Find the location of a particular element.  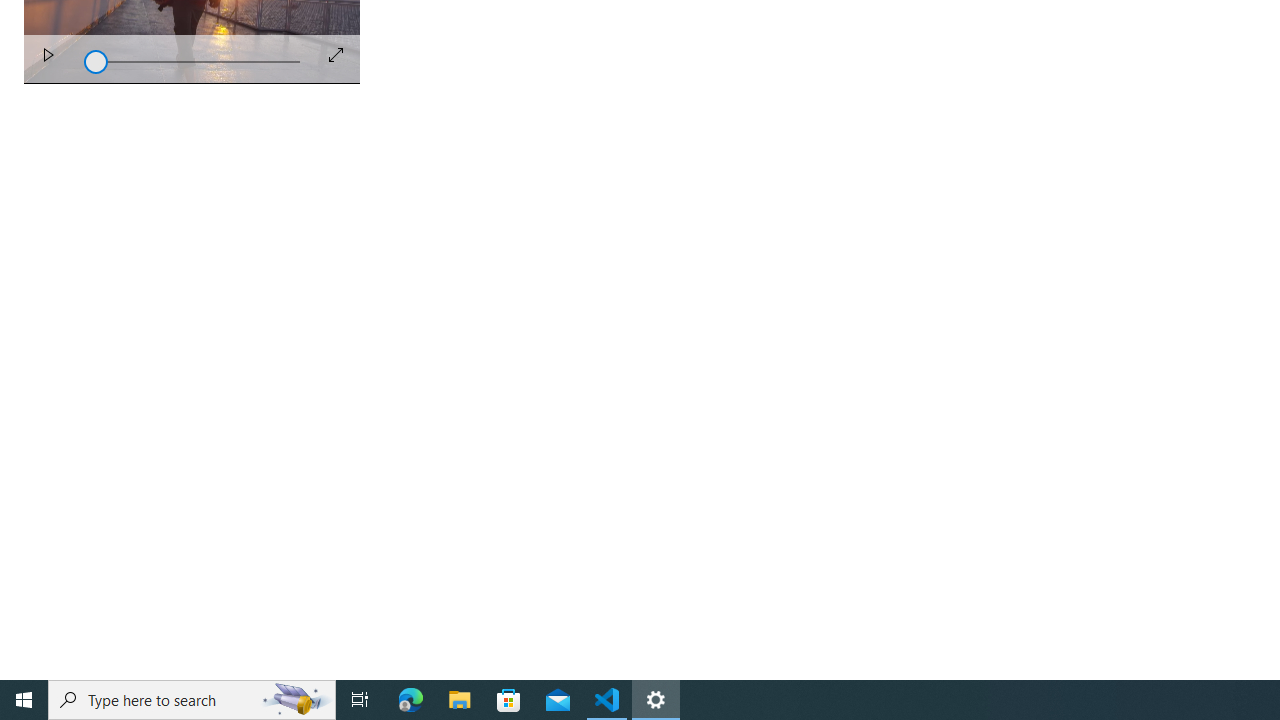

'Full Screen' is located at coordinates (336, 54).